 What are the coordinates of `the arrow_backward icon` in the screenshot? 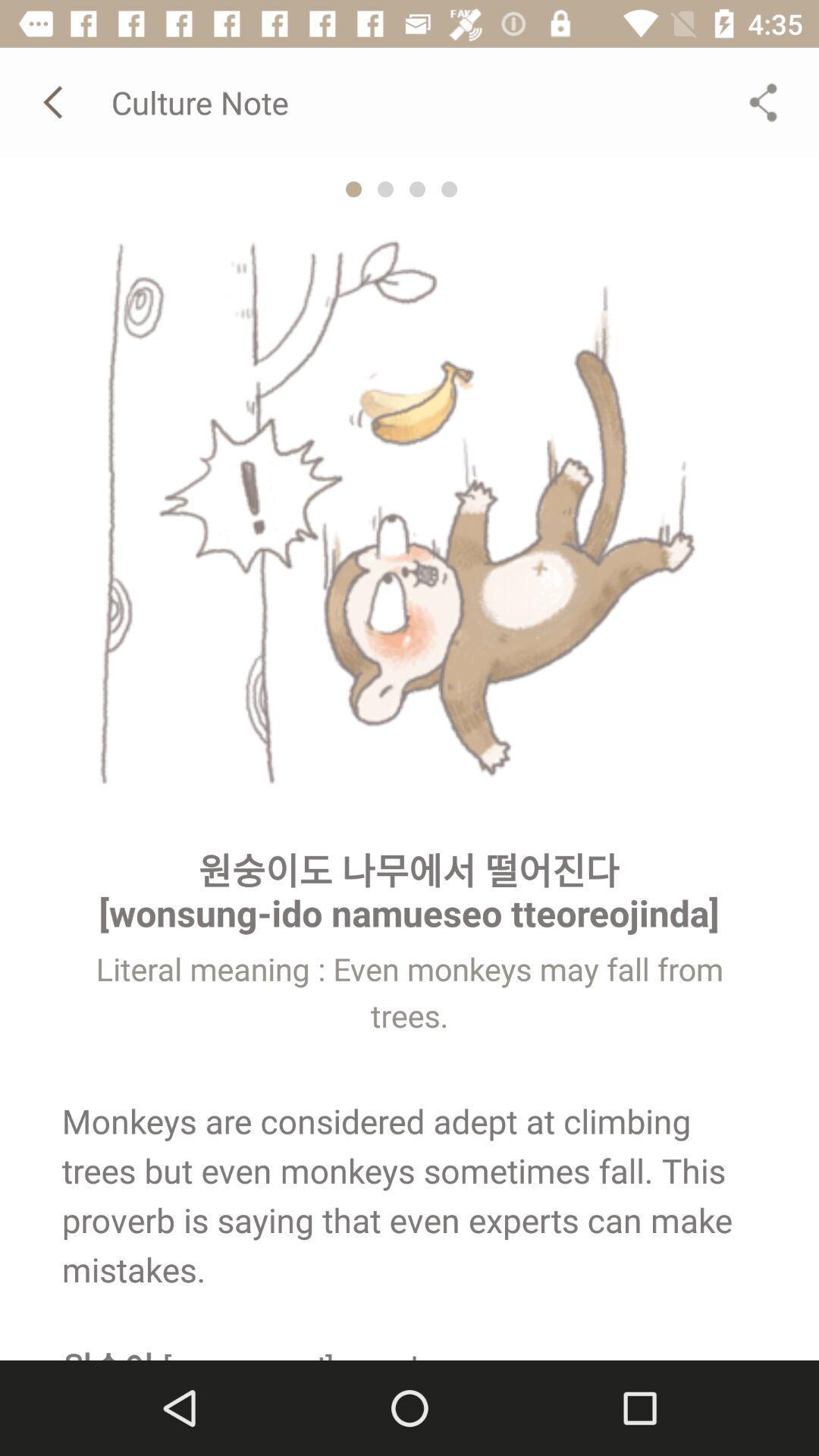 It's located at (55, 101).